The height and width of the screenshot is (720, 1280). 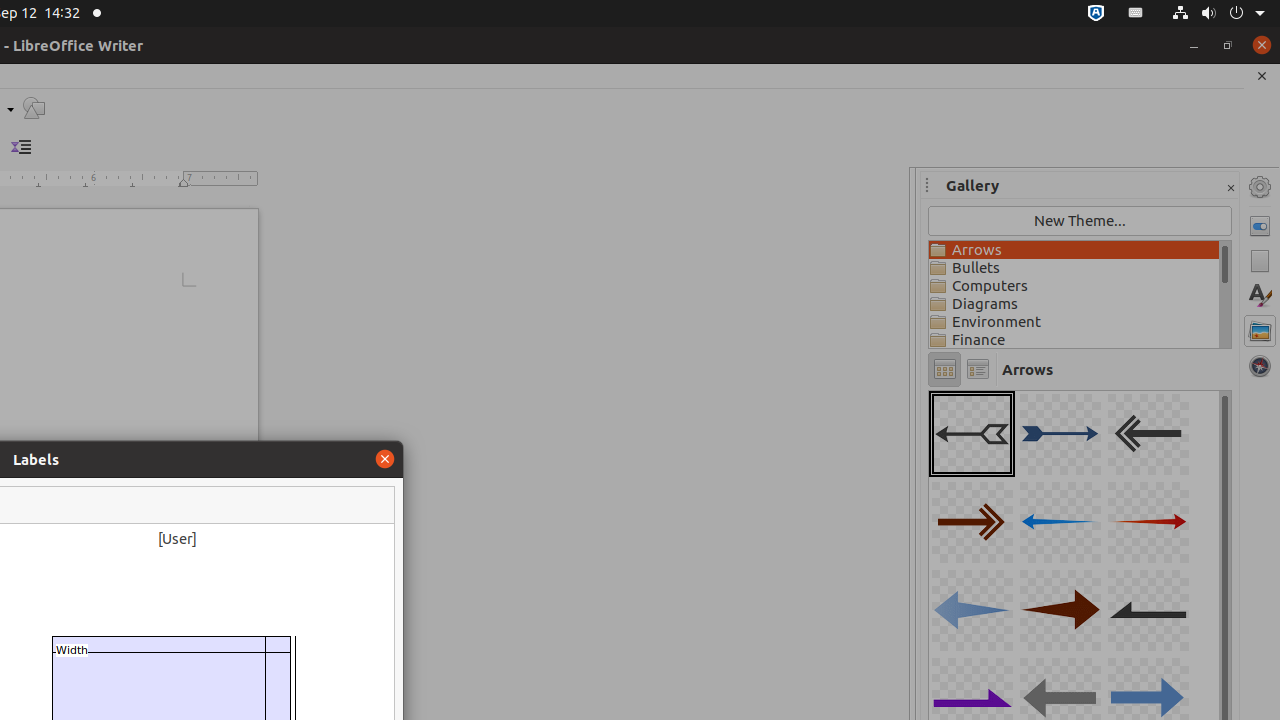 What do you see at coordinates (1094, 13) in the screenshot?
I see `':1.72/StatusNotifierItem'` at bounding box center [1094, 13].